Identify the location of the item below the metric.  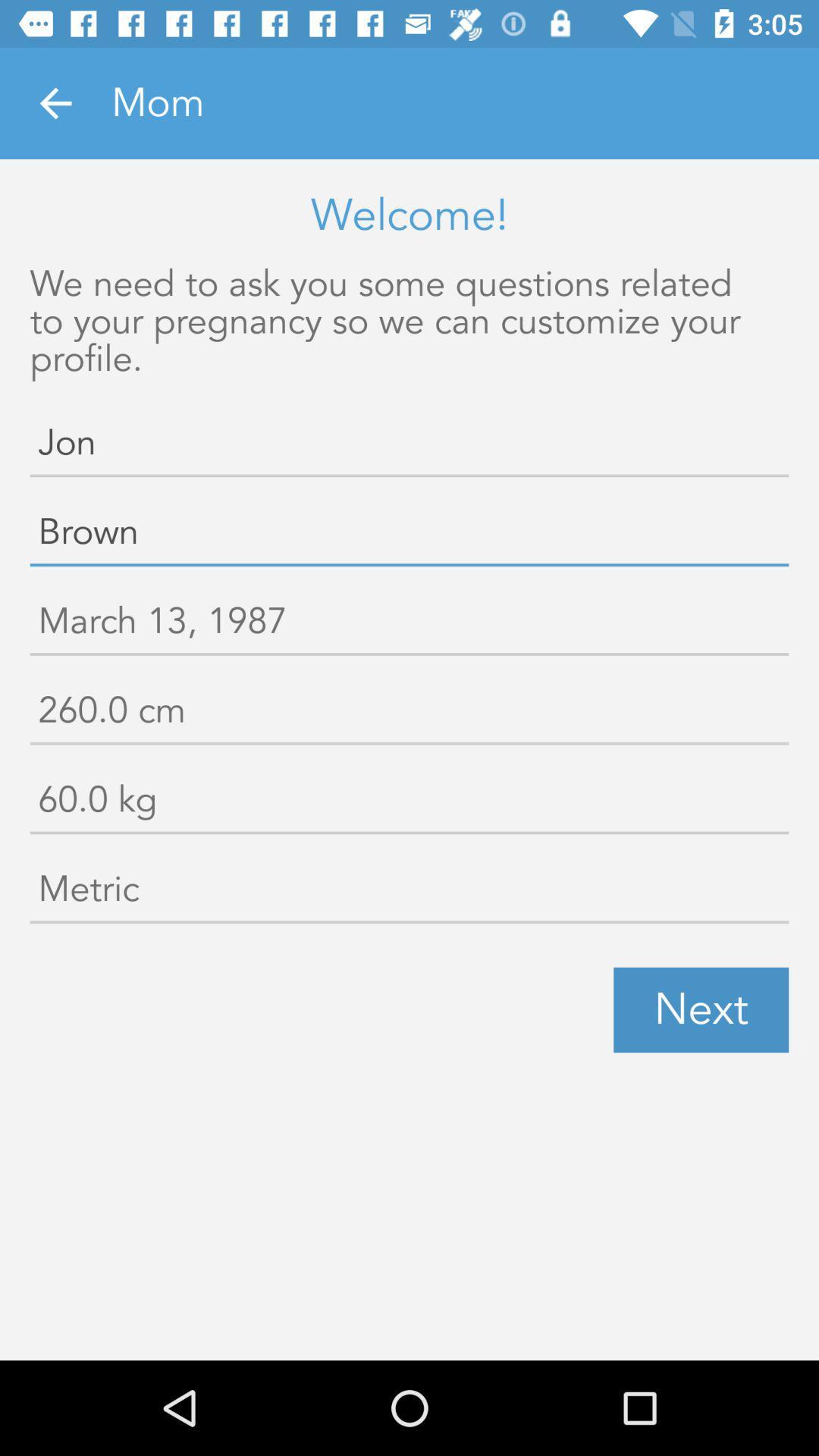
(701, 1010).